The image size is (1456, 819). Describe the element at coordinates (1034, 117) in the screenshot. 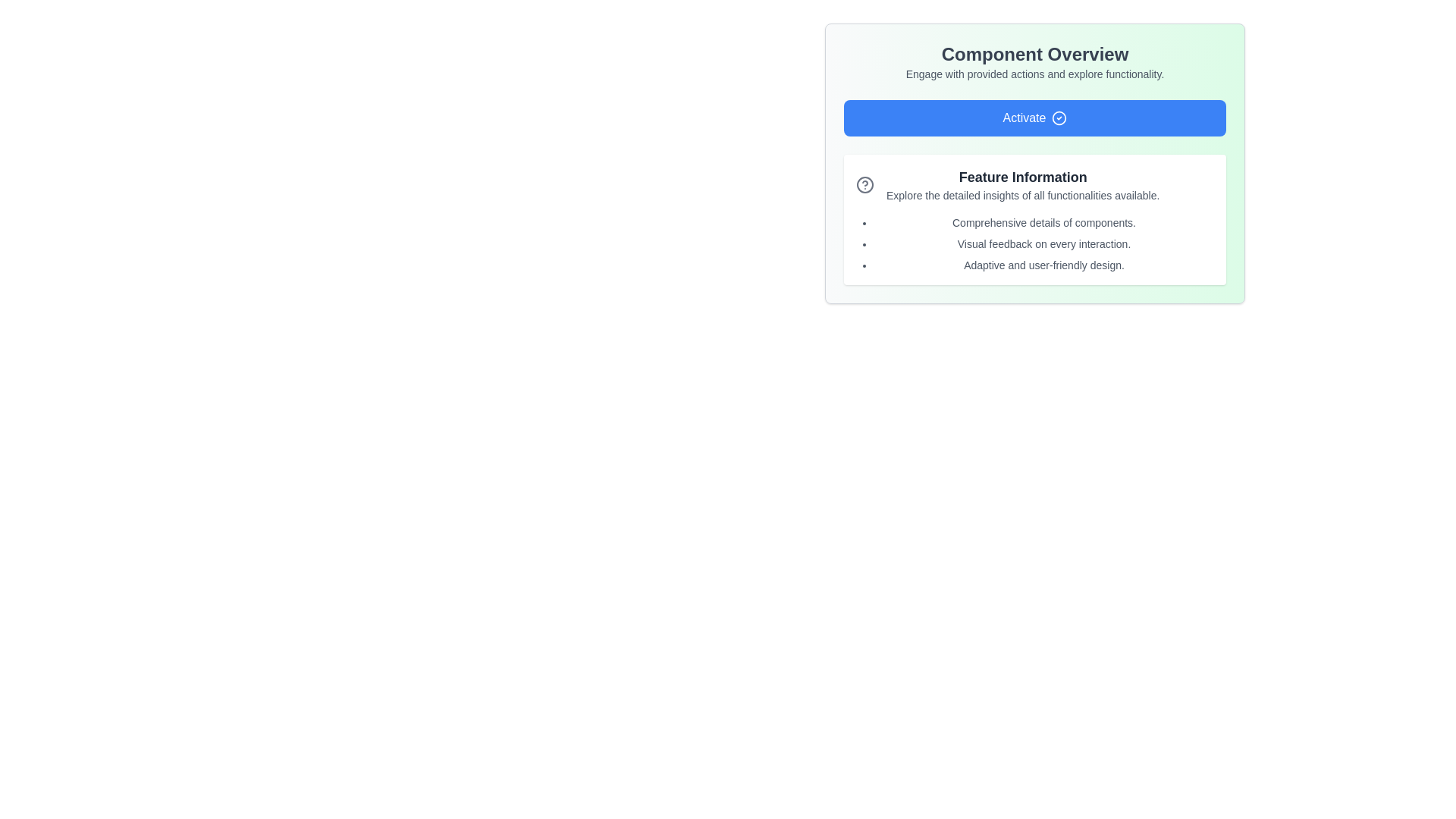

I see `the button located below the 'Component Overview' heading` at that location.